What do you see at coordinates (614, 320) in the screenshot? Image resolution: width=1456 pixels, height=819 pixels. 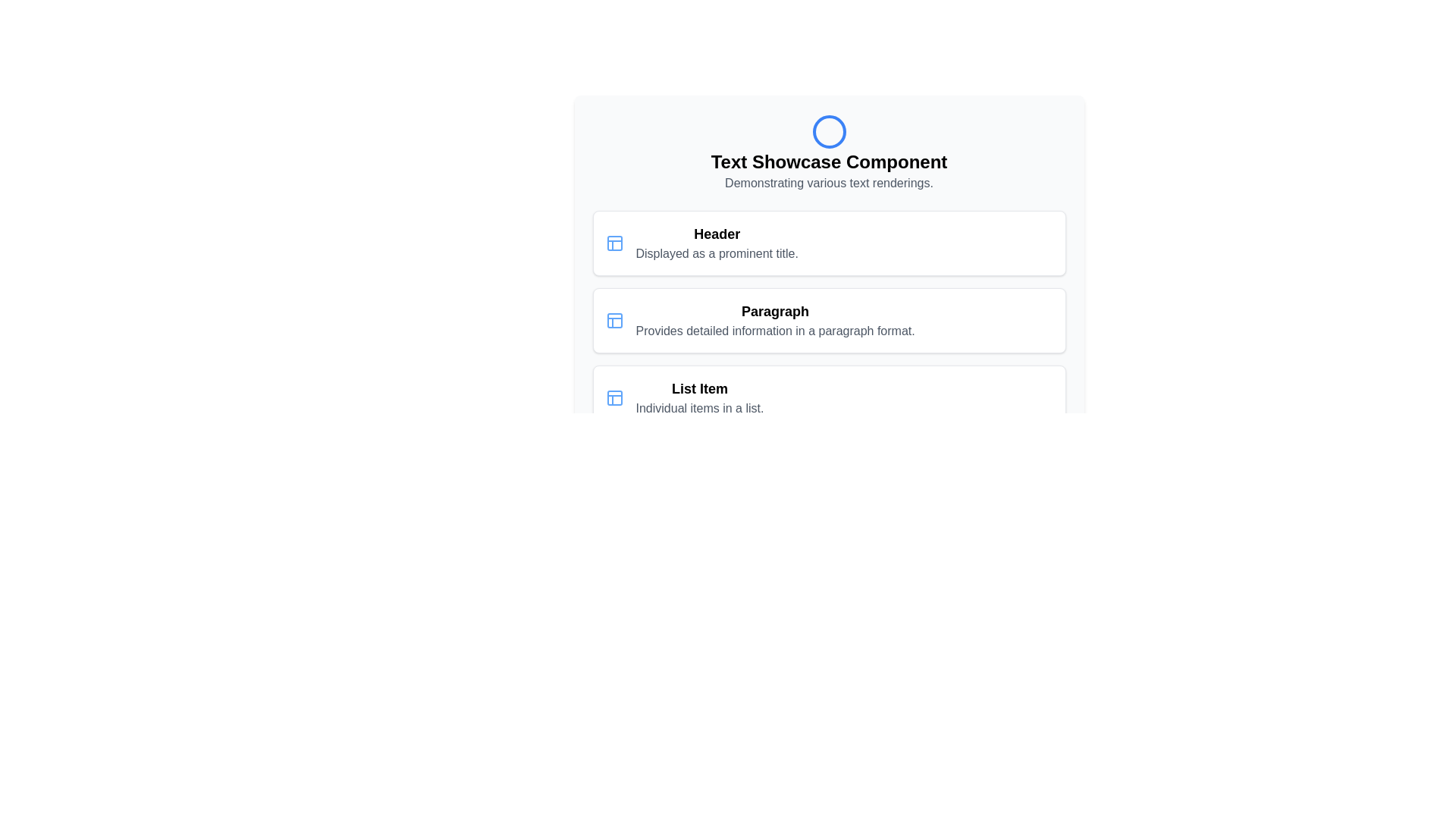 I see `the icon that visually identifies the 'Paragraph' section, located to the left of the text 'Provides detailed information in a paragraph format.'` at bounding box center [614, 320].